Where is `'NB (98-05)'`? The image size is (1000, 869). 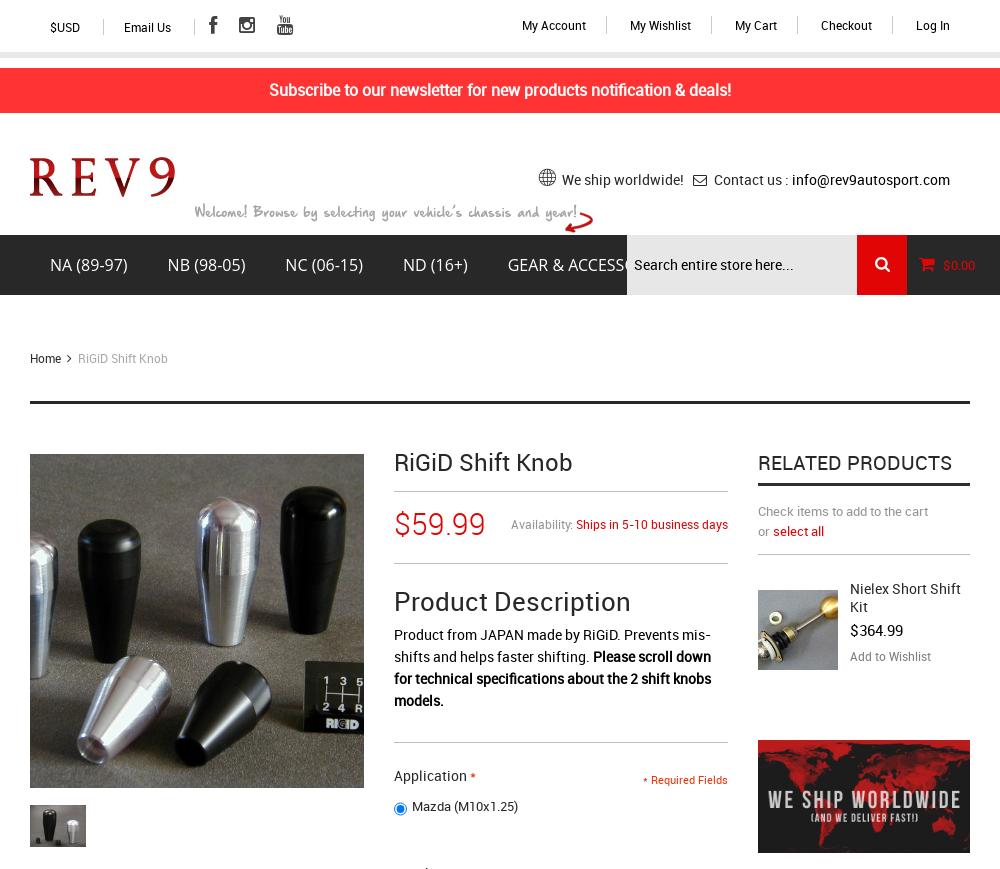 'NB (98-05)' is located at coordinates (205, 263).